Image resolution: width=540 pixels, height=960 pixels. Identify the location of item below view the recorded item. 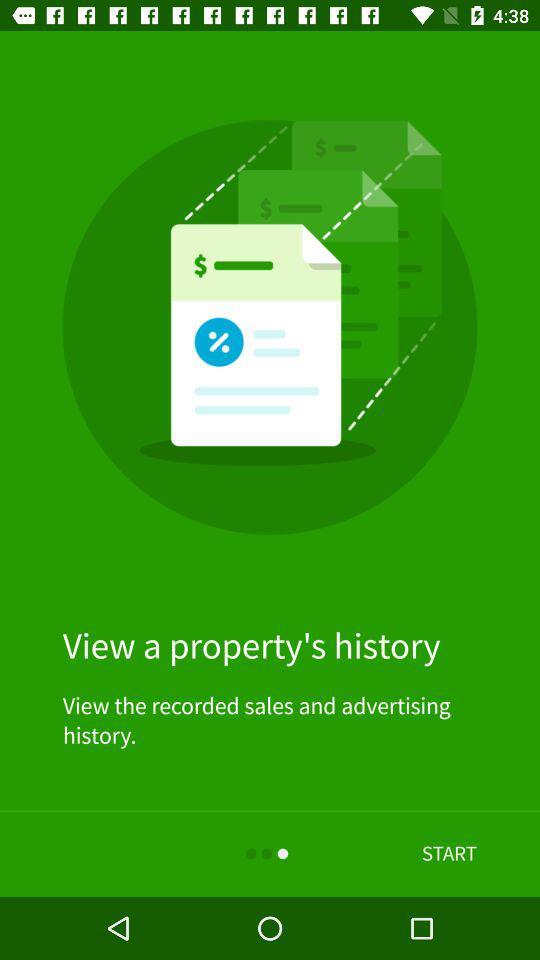
(449, 853).